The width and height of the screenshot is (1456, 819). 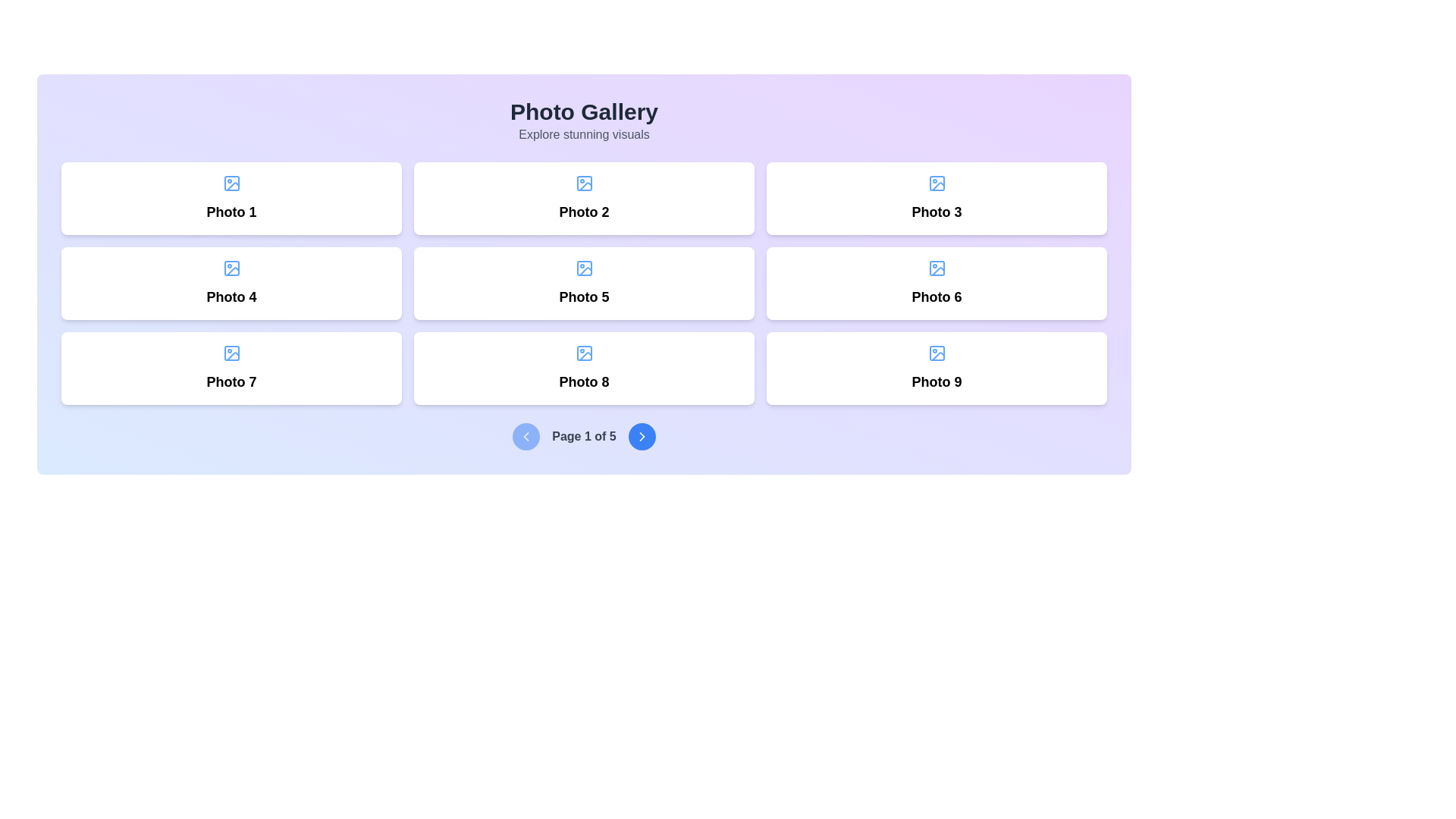 I want to click on the rounded rectangle element that is part of the blue image icon associated with the tile labeled 'Photo 5', located in the second row and second column of the grid, so click(x=583, y=268).